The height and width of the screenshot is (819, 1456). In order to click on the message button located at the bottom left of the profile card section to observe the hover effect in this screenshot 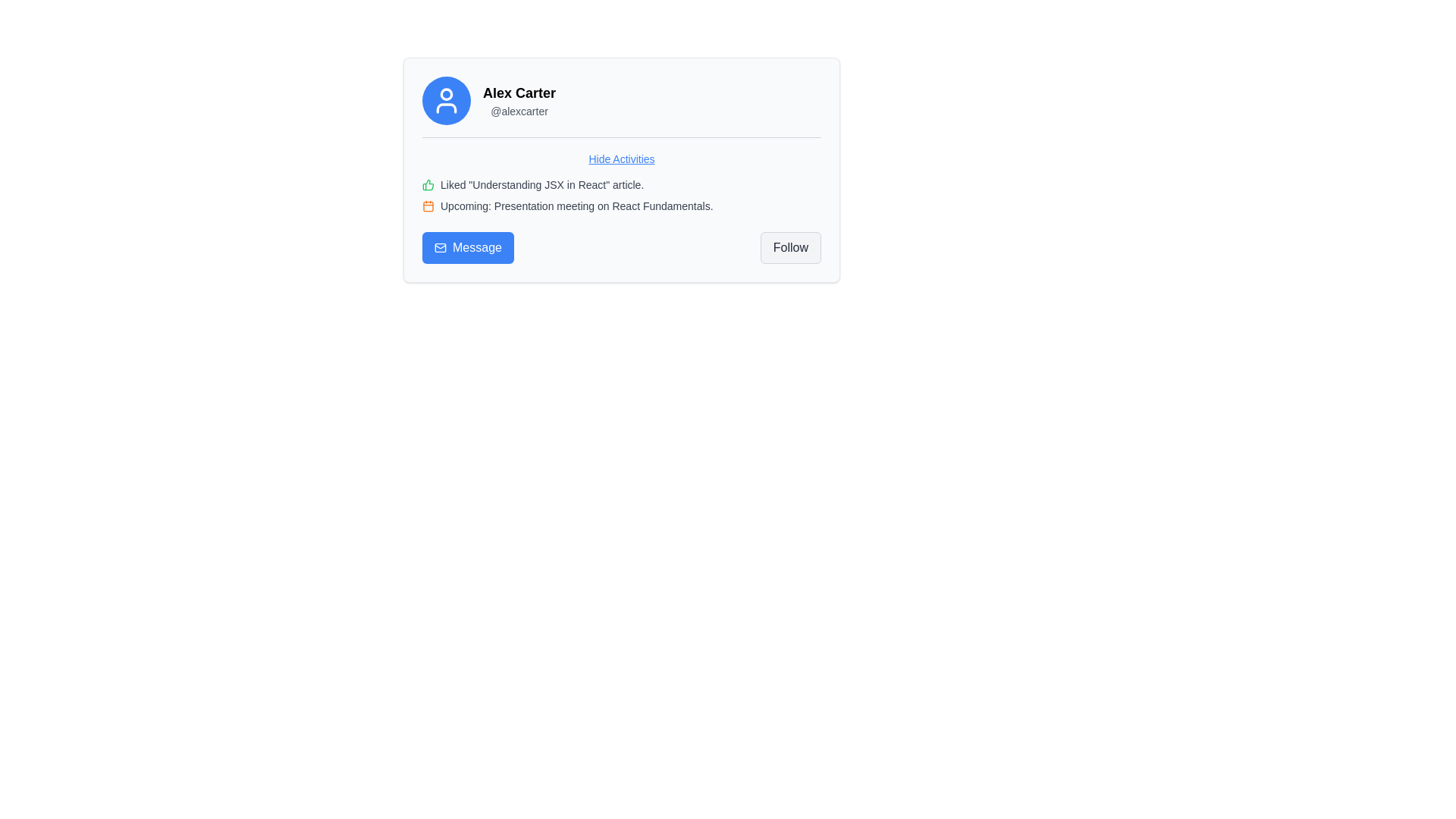, I will do `click(467, 247)`.